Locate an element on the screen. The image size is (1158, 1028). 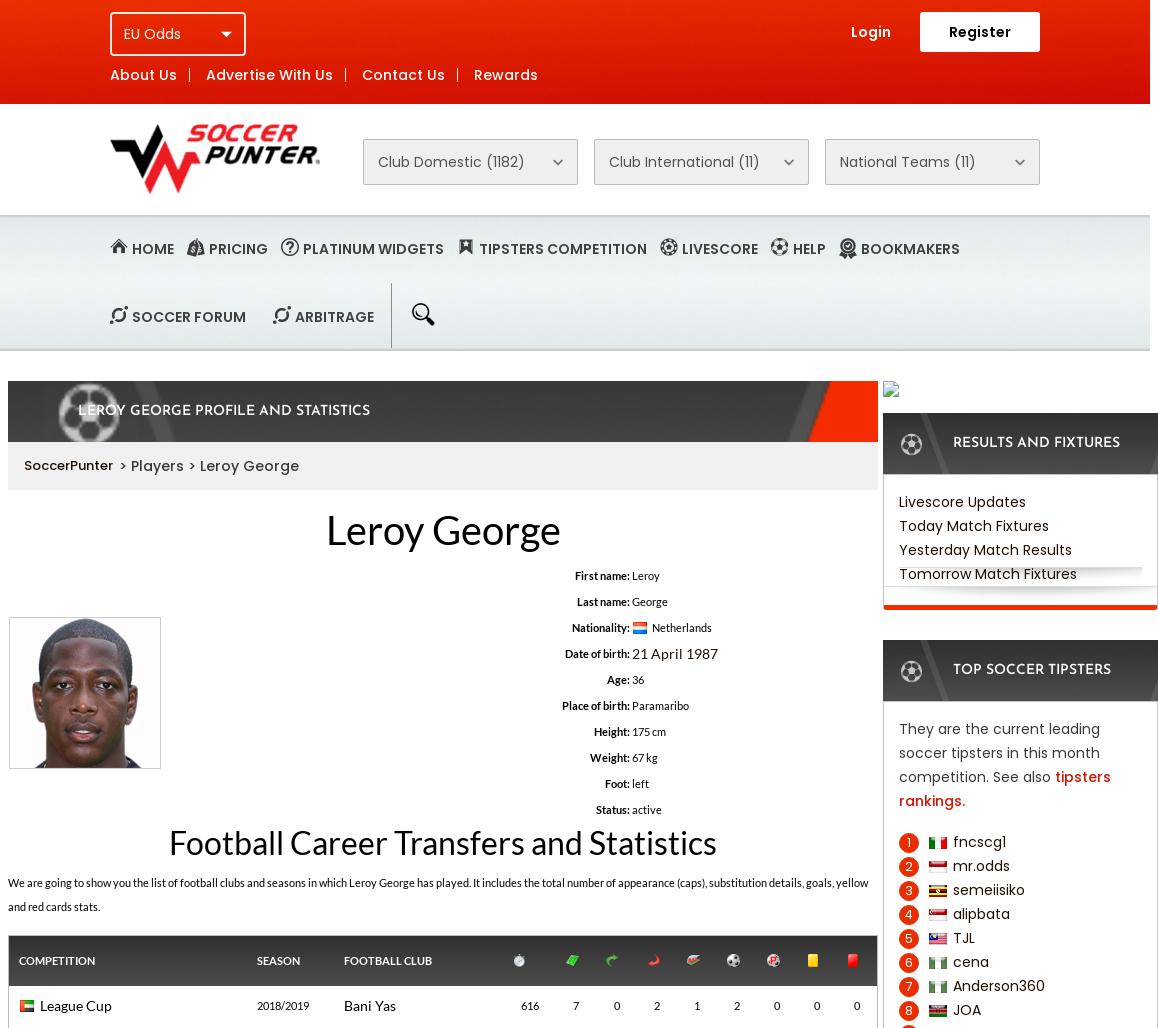
'Login' is located at coordinates (870, 31).